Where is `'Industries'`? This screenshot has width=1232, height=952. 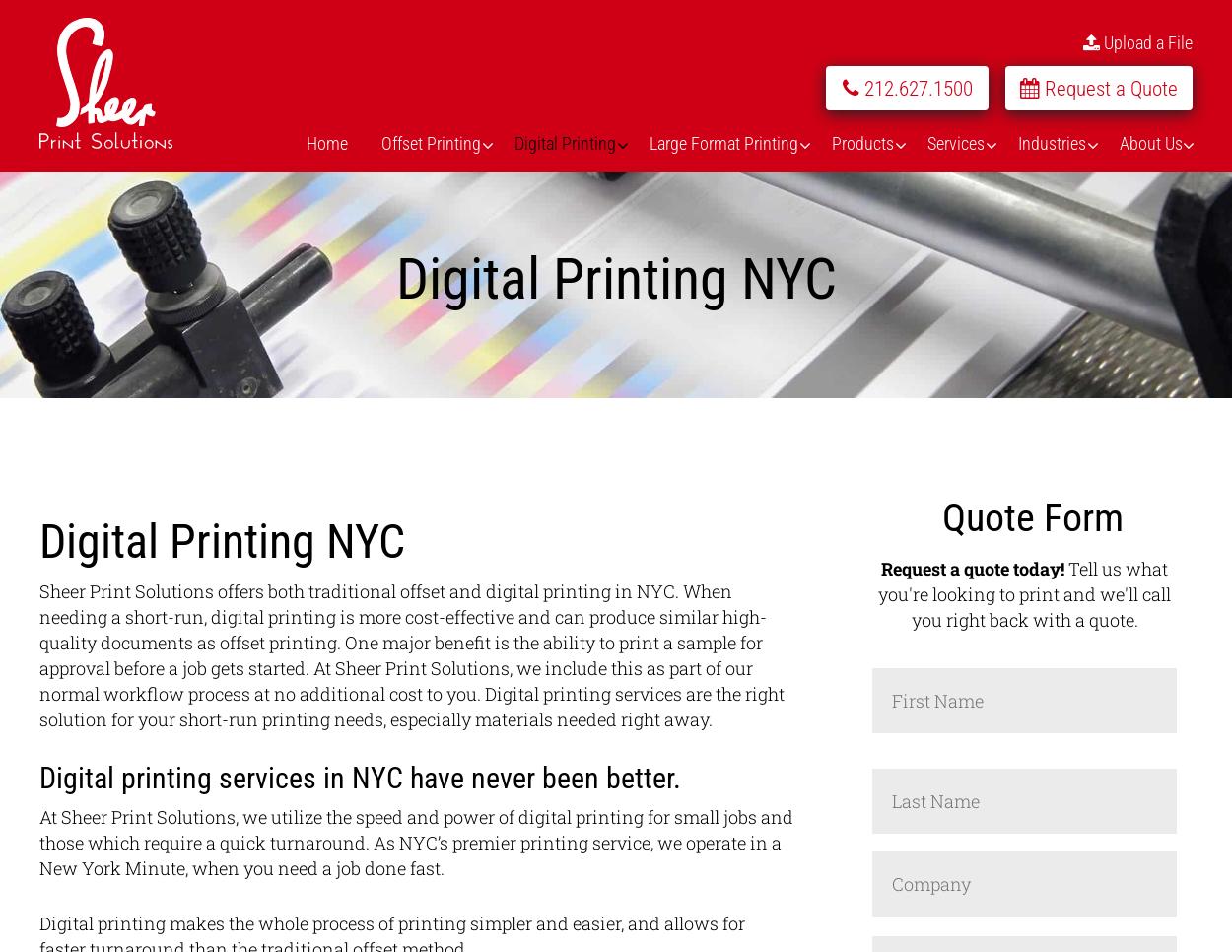 'Industries' is located at coordinates (1051, 141).